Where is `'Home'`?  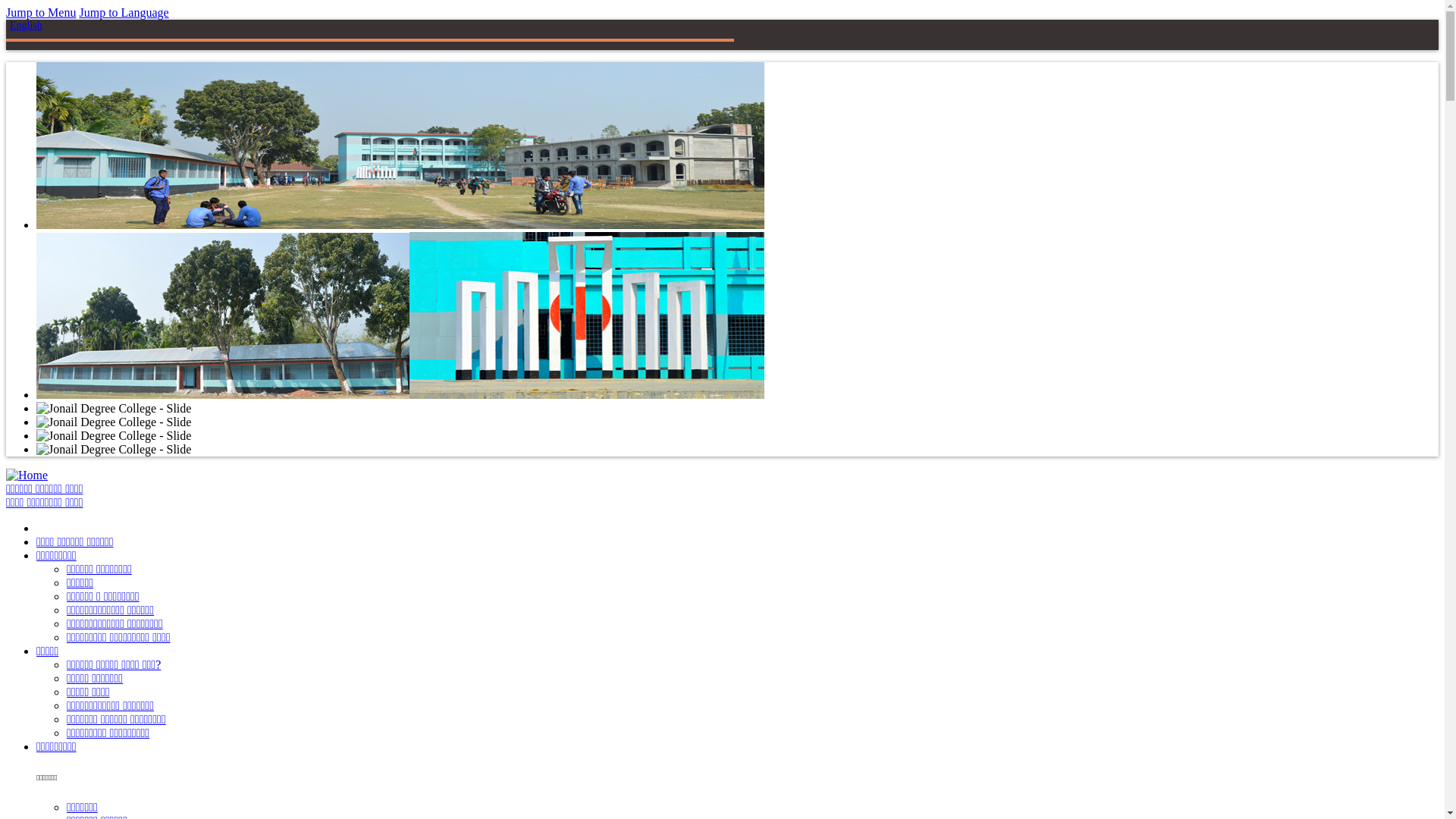
'Home' is located at coordinates (27, 474).